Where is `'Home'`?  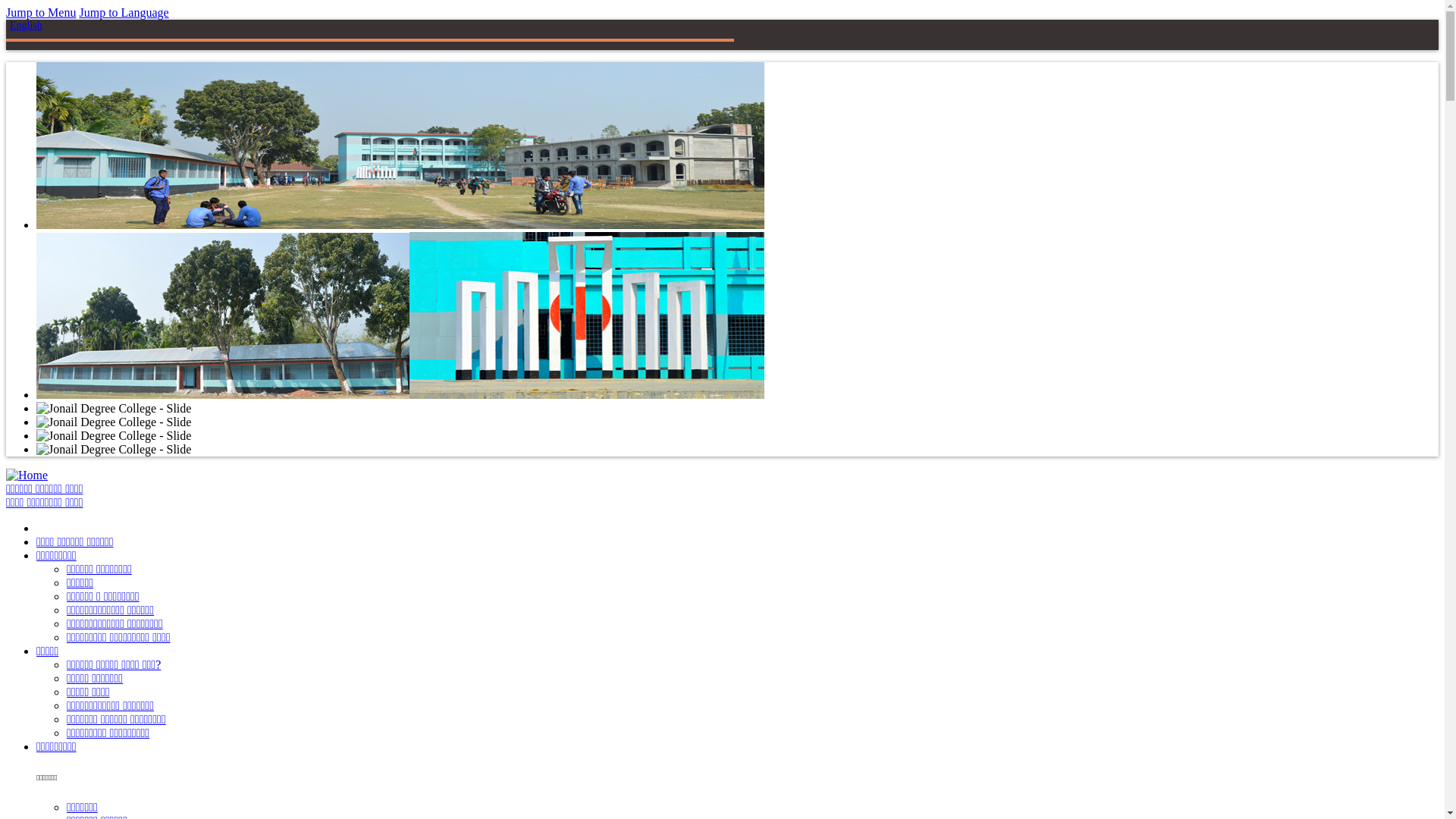
'Home' is located at coordinates (27, 474).